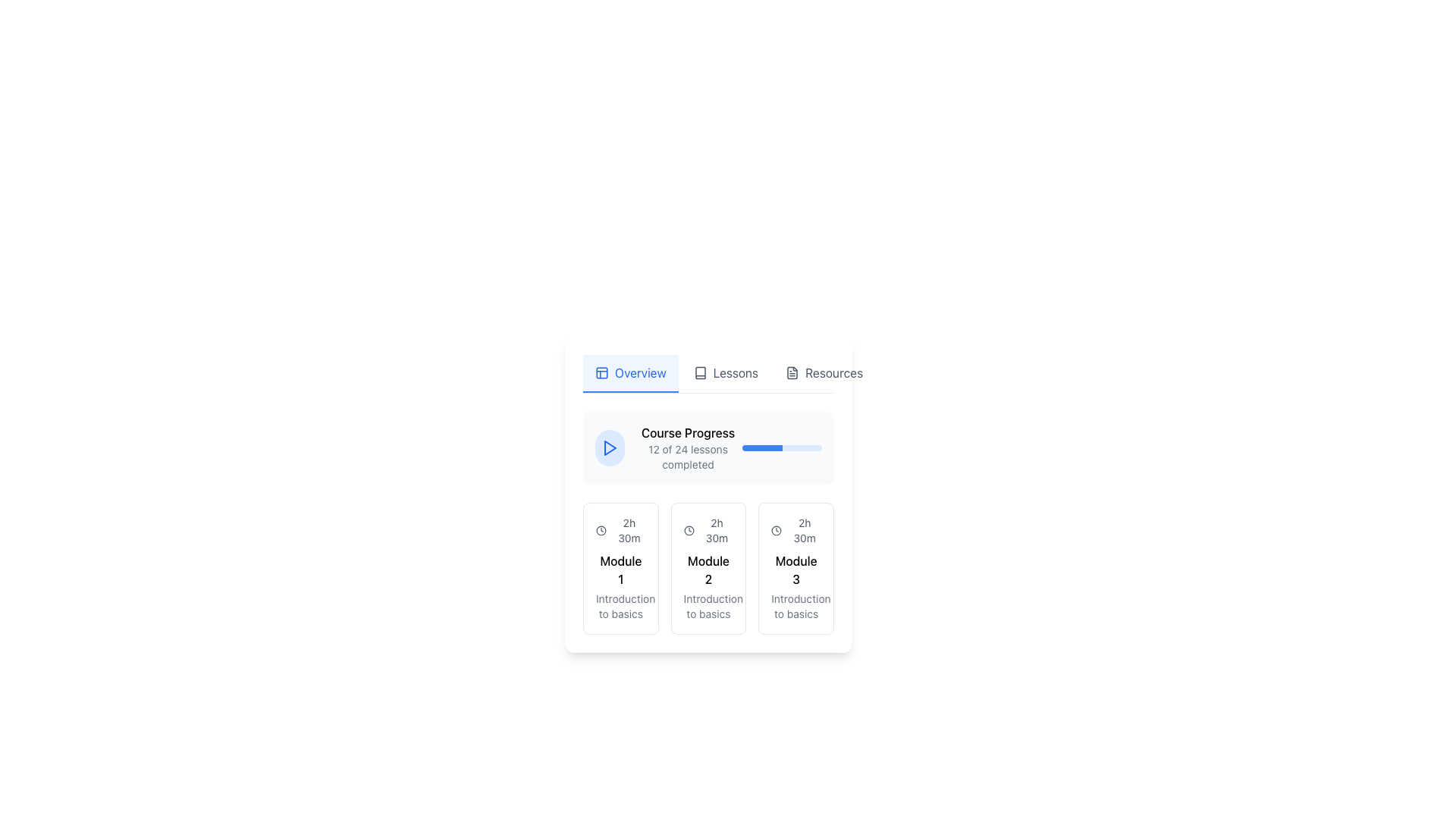 The height and width of the screenshot is (819, 1456). What do you see at coordinates (640, 373) in the screenshot?
I see `the 'Overview' text label, which is part of a navigation bar and displayed in bold, blue font on a light-blue background` at bounding box center [640, 373].